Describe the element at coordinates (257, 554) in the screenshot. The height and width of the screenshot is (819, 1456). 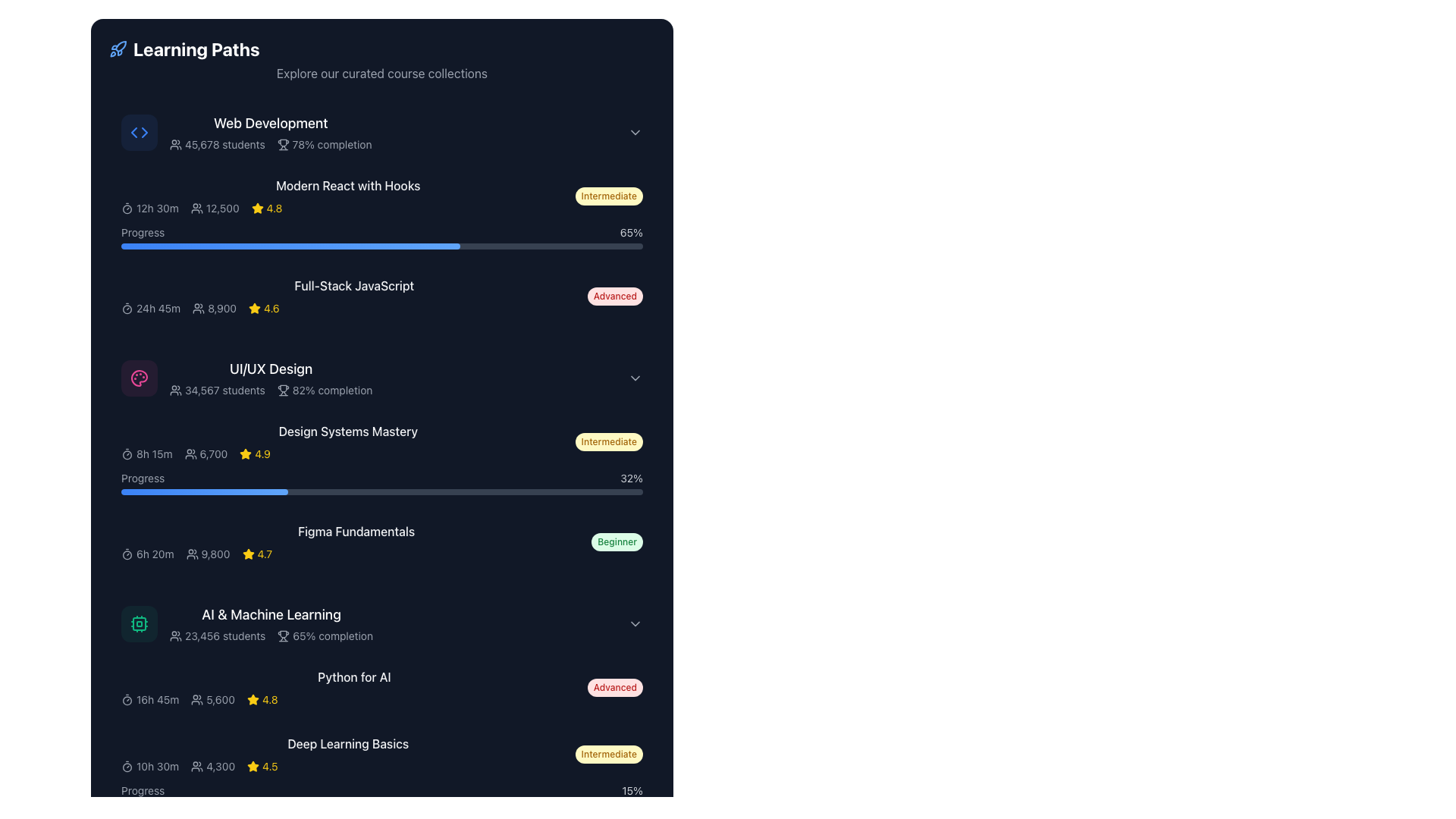
I see `the Rating display component for the 'Figma Fundamentals' course, which shows the average user rating and is positioned beneath the 'UI/UX Design' section` at that location.